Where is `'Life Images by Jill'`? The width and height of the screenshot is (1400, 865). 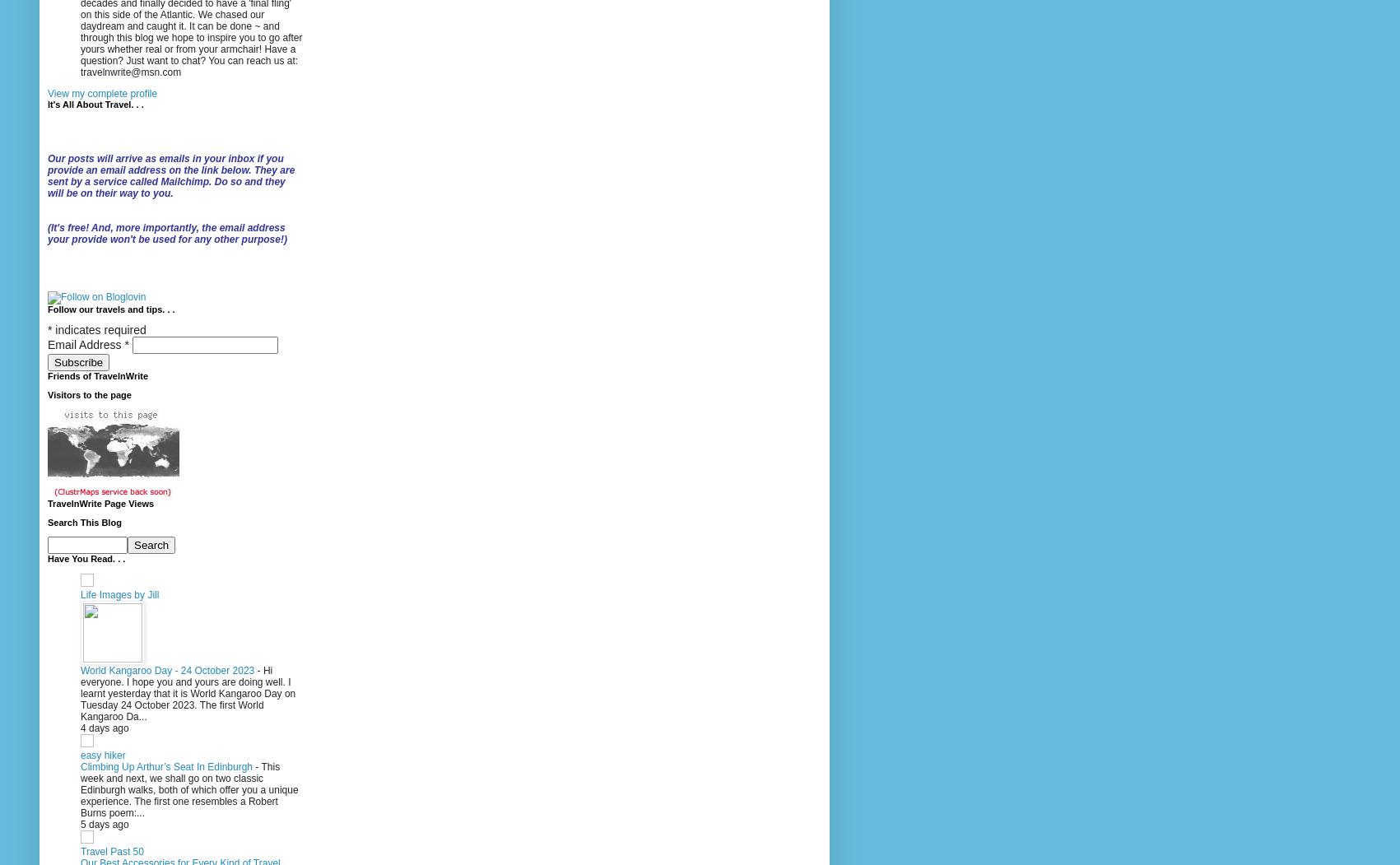
'Life Images by Jill' is located at coordinates (119, 593).